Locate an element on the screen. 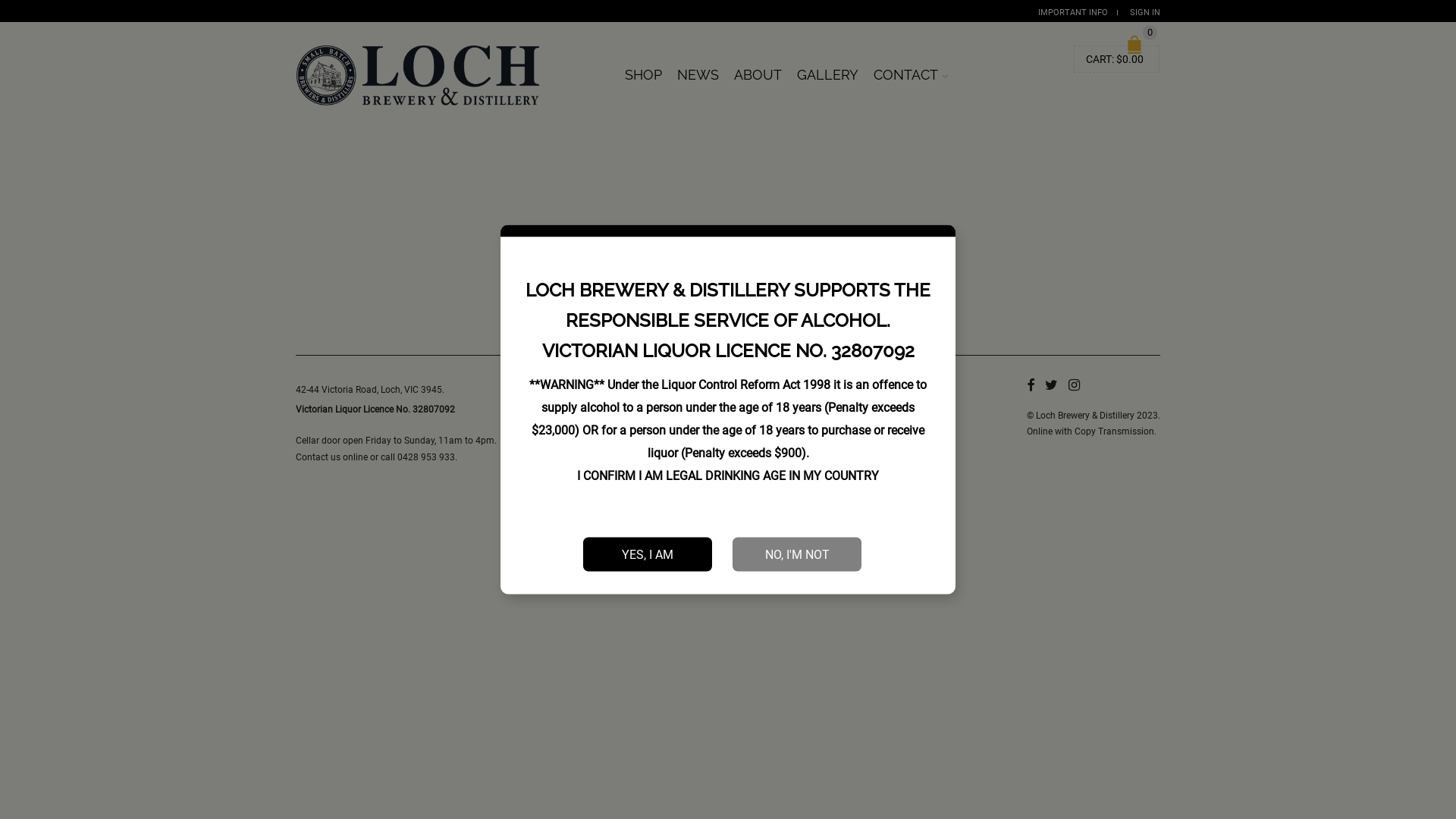  'GALLERY' is located at coordinates (827, 75).